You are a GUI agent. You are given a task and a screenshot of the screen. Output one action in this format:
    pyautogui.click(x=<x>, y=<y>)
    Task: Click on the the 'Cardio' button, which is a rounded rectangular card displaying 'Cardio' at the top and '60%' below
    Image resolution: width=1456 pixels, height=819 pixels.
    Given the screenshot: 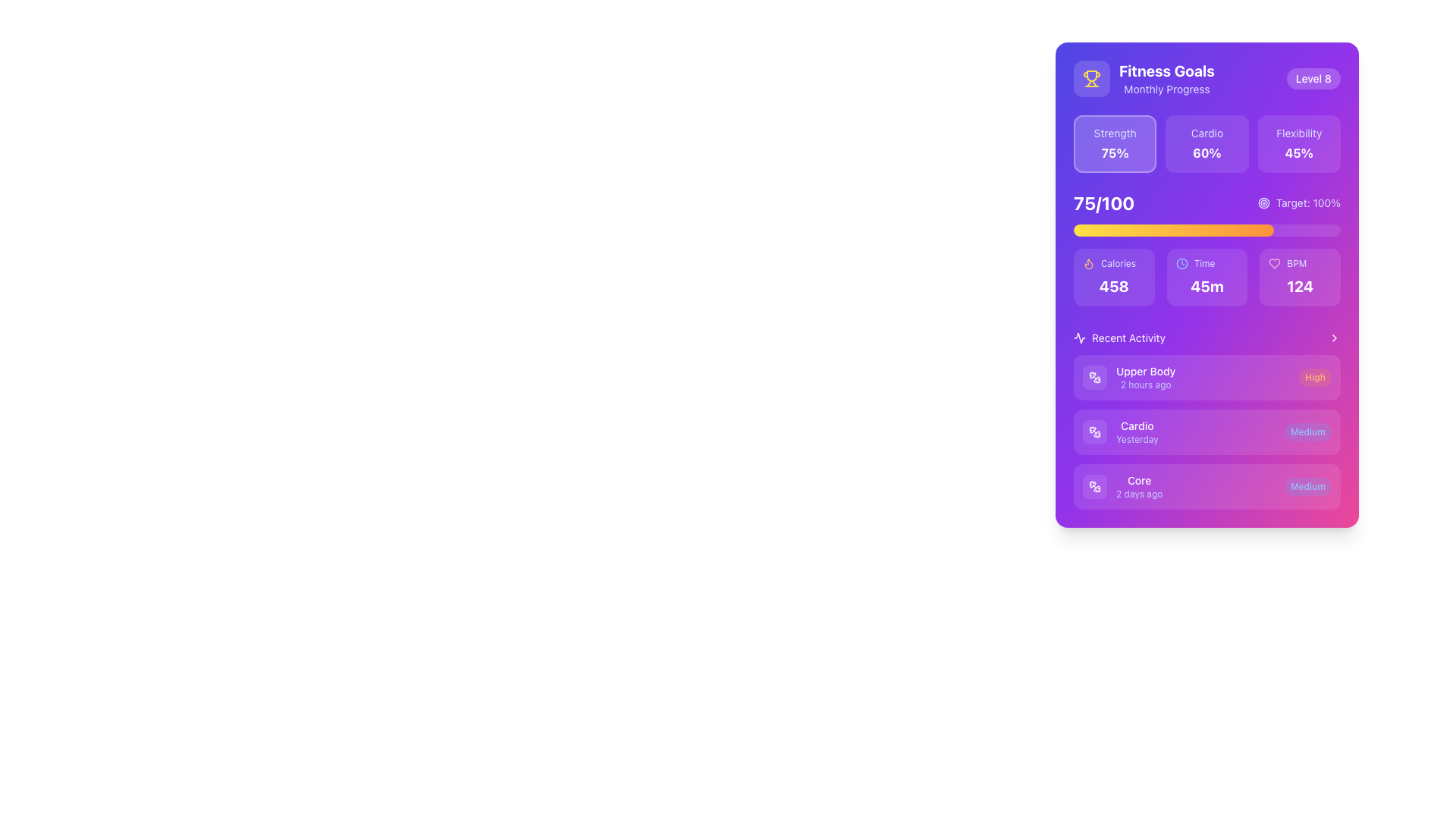 What is the action you would take?
    pyautogui.click(x=1207, y=143)
    